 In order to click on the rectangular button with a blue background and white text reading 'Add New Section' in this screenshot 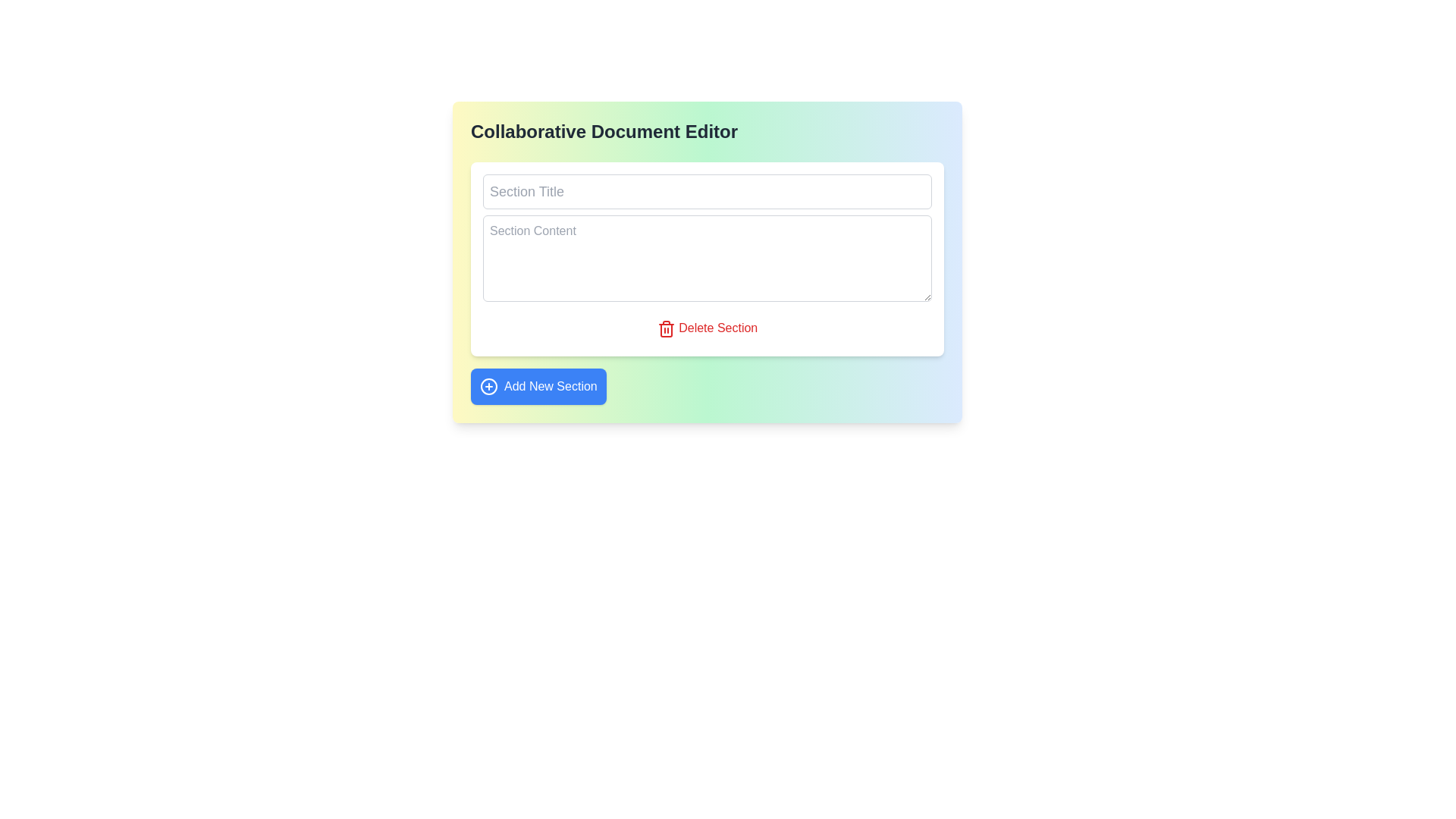, I will do `click(538, 385)`.